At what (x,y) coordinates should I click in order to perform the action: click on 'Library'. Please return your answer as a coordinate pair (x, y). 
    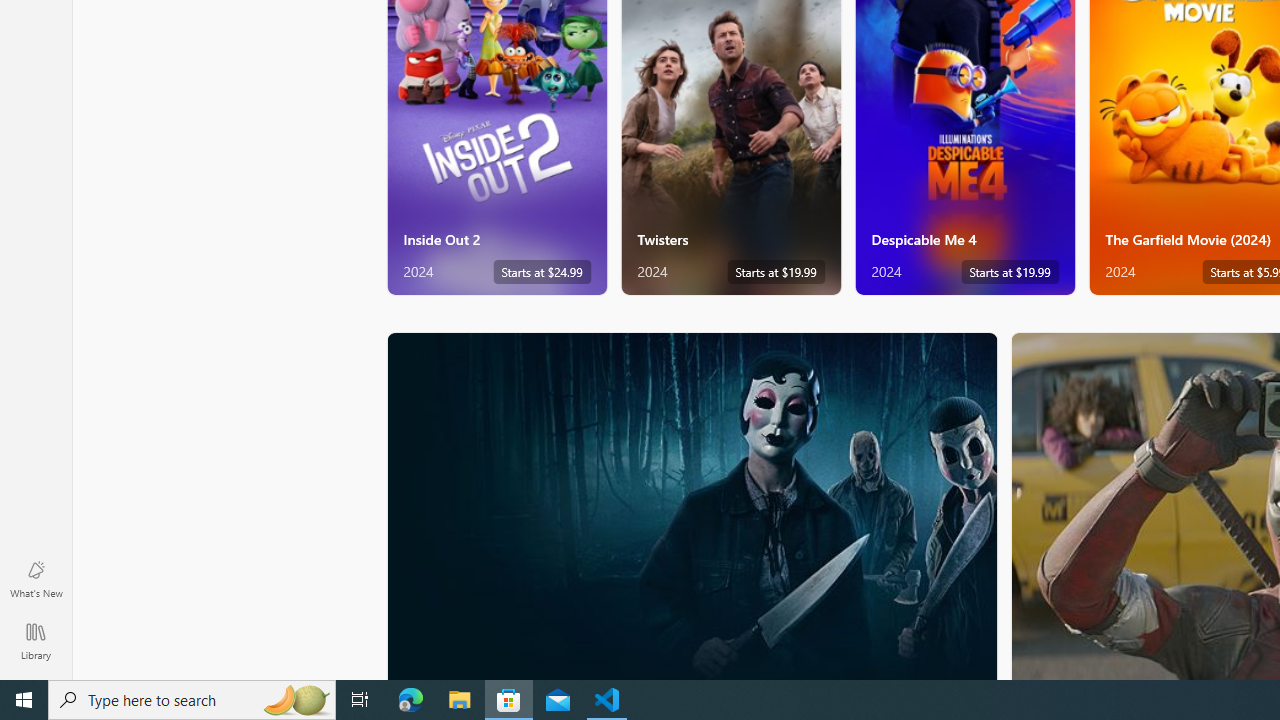
    Looking at the image, I should click on (35, 640).